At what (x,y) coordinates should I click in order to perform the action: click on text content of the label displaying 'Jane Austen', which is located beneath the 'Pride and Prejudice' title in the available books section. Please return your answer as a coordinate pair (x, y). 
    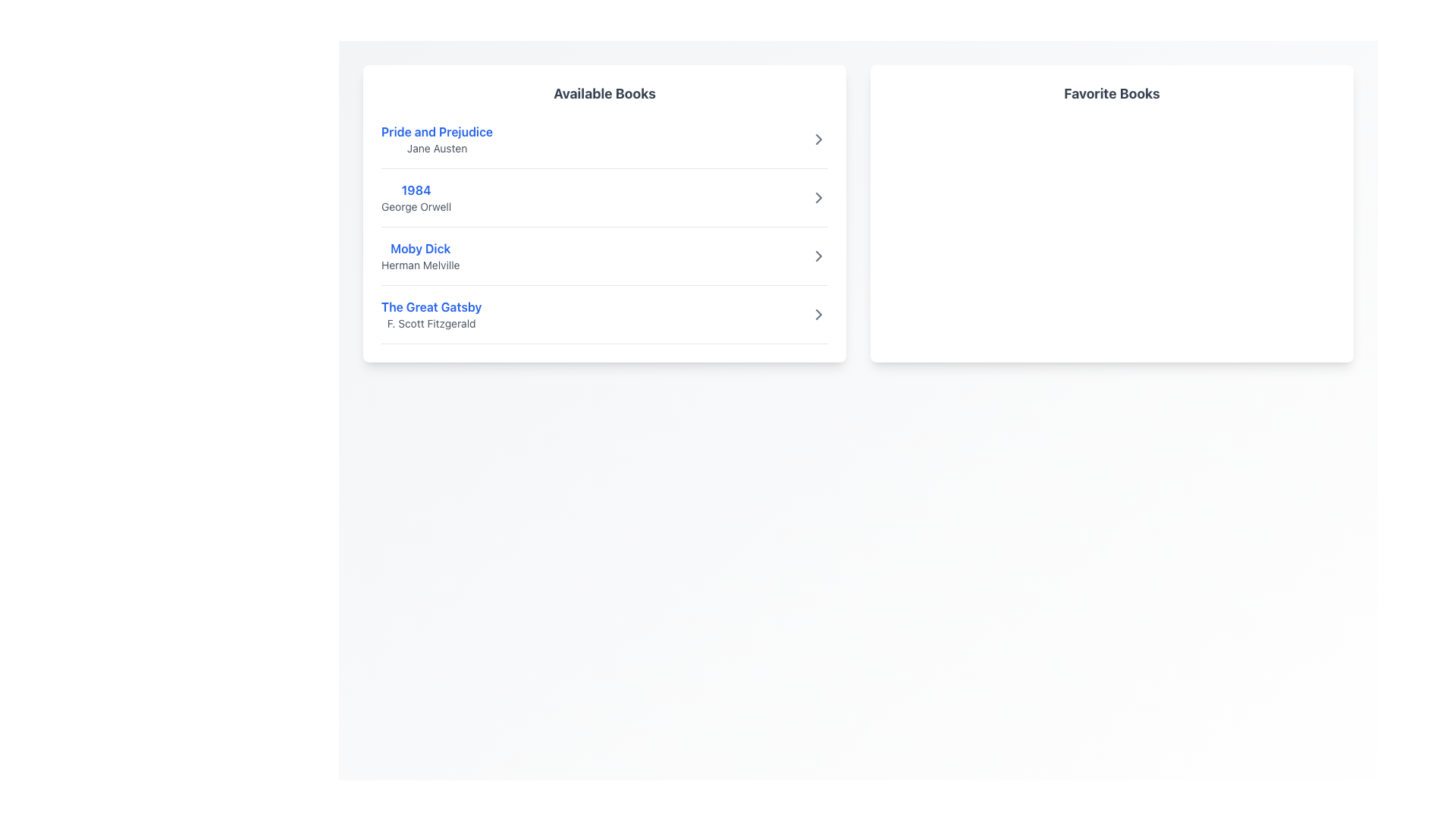
    Looking at the image, I should click on (436, 149).